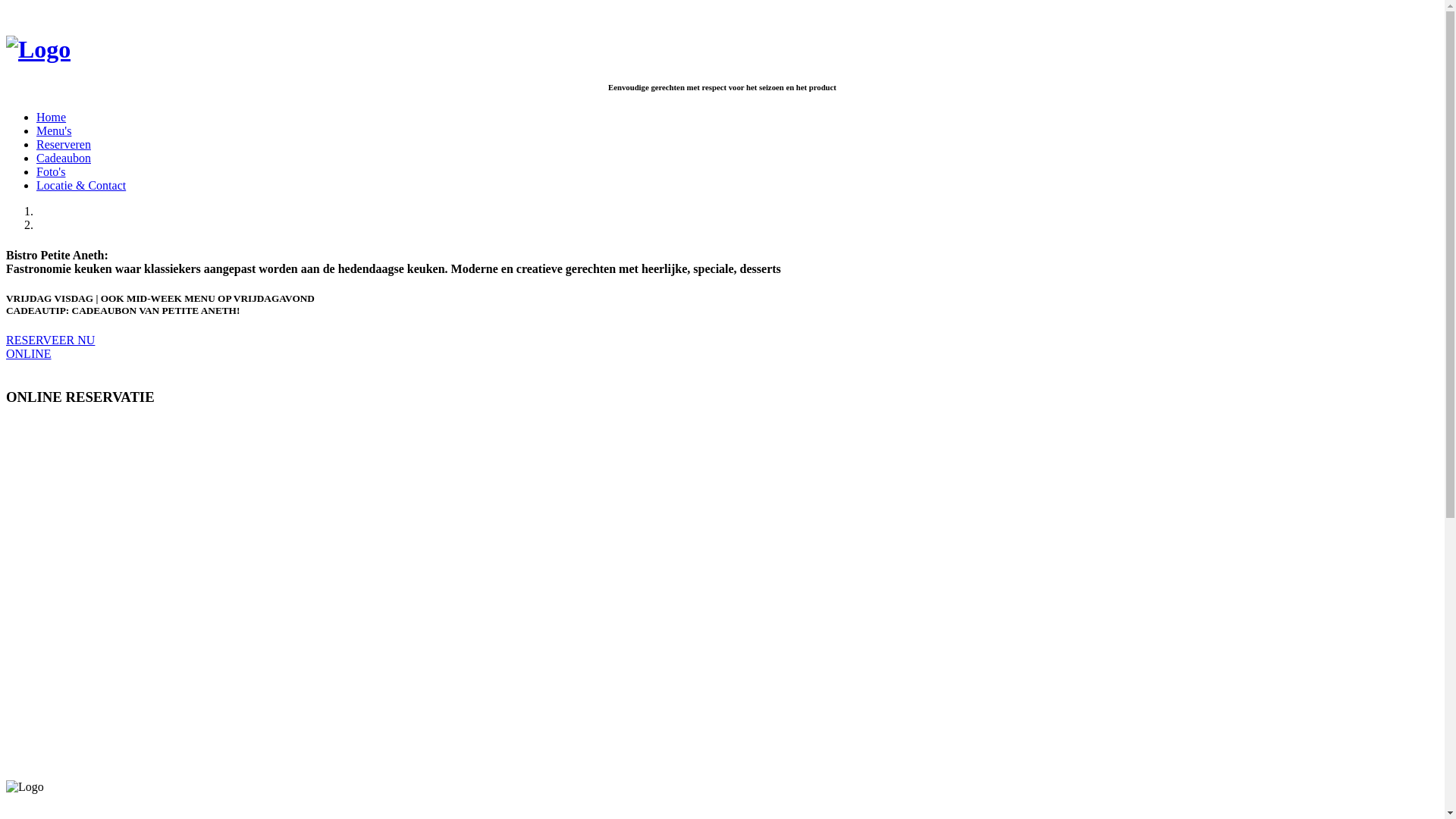  I want to click on 'Foto's', so click(51, 171).